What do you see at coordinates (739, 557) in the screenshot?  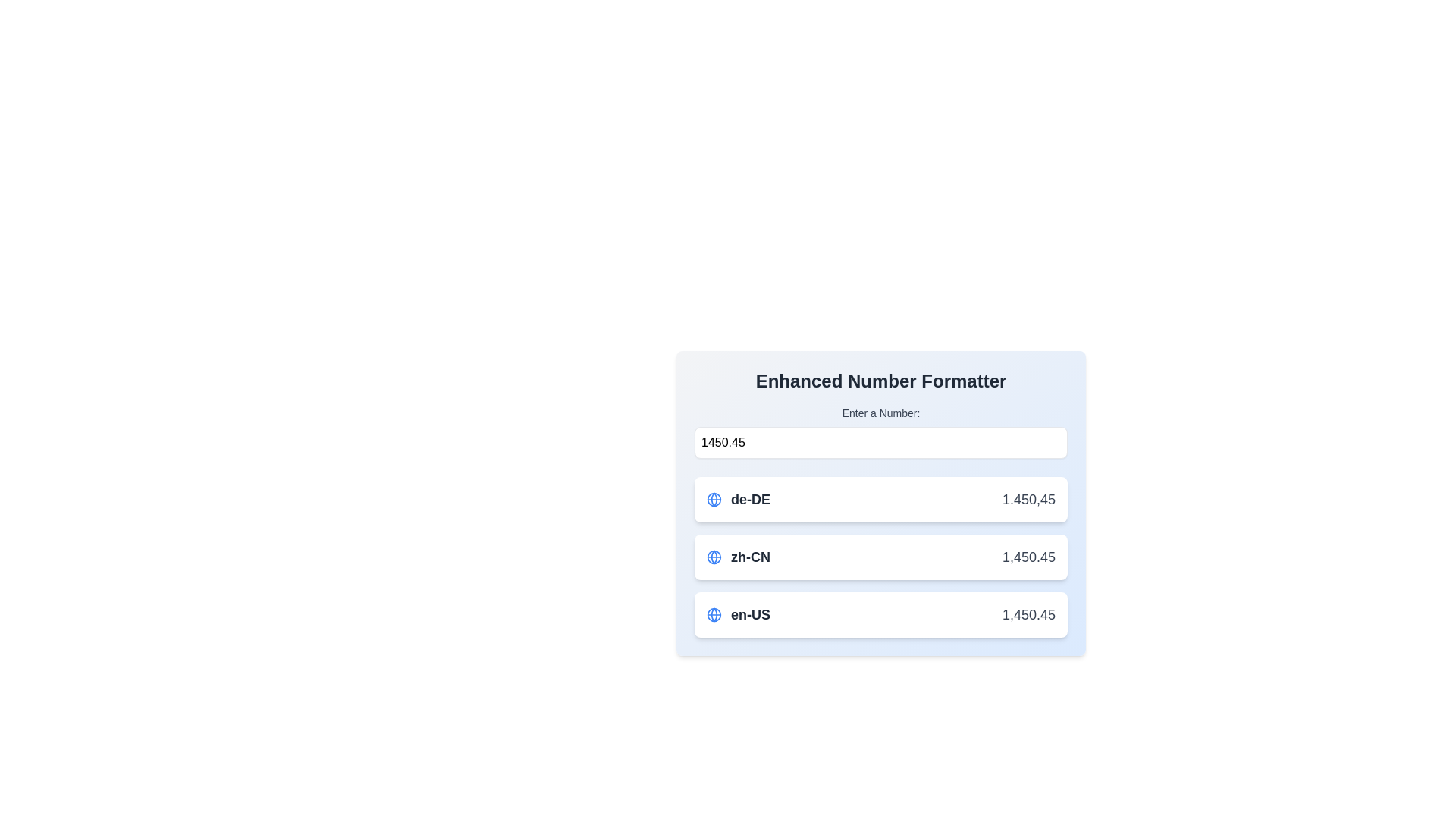 I see `the second locale choice list item, which features a blue globe icon and bold 'zh-CN' text in dark gray, located between 'de-DE' and 'en-US'` at bounding box center [739, 557].